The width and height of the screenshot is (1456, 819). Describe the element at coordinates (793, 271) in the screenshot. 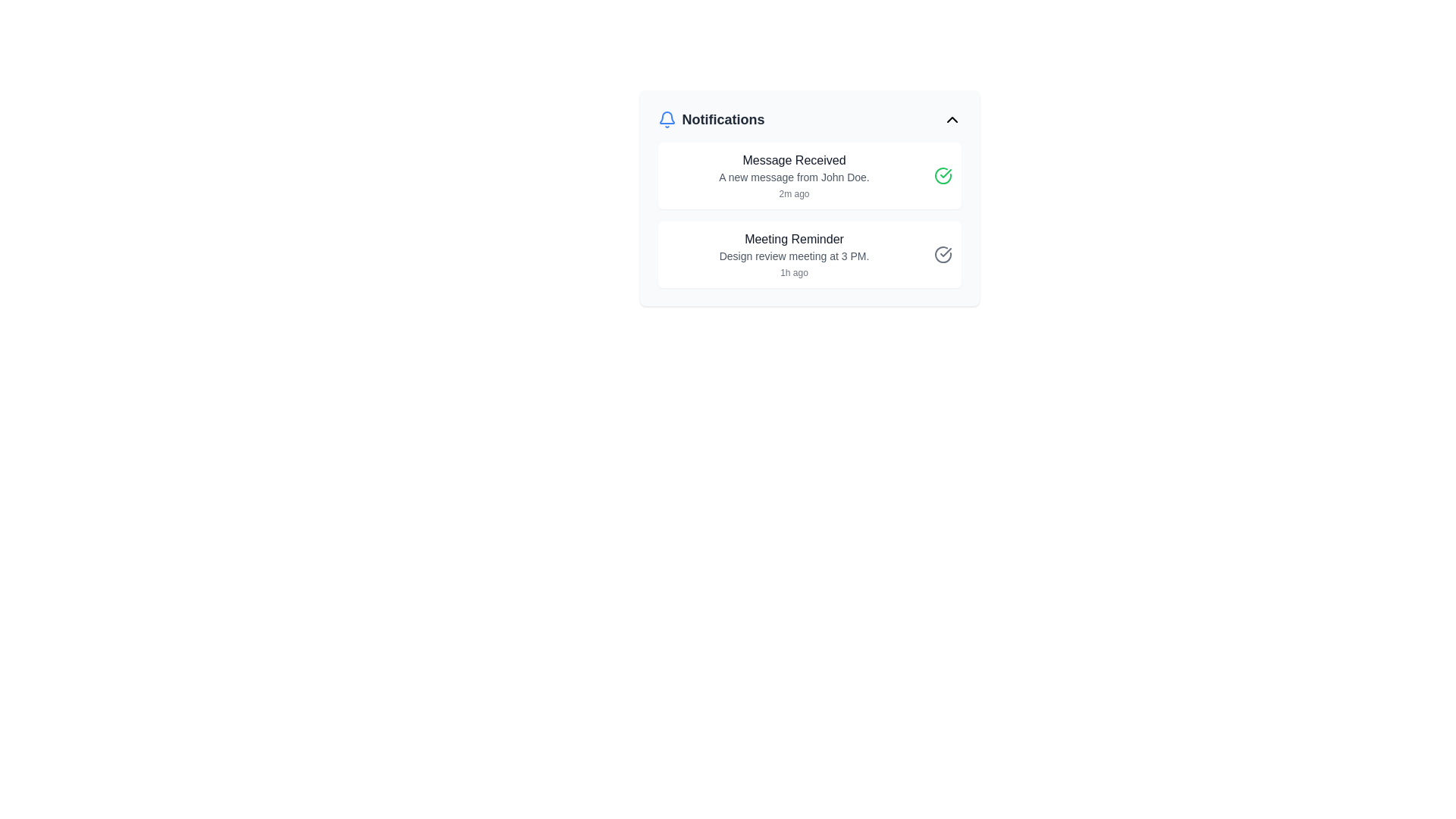

I see `the small text element displaying '1h ago', which is located below the line 'Design review meeting at 3 PM.' in the 'Meeting Reminder' section` at that location.